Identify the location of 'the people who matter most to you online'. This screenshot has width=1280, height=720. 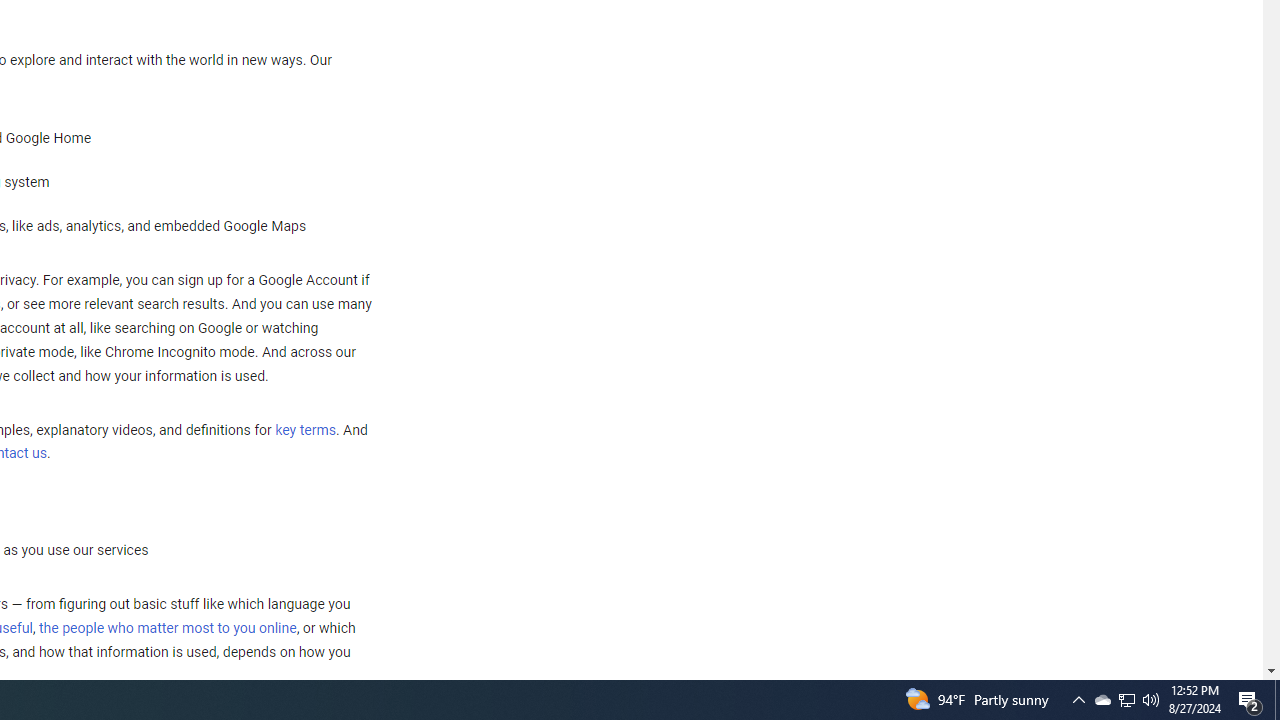
(167, 627).